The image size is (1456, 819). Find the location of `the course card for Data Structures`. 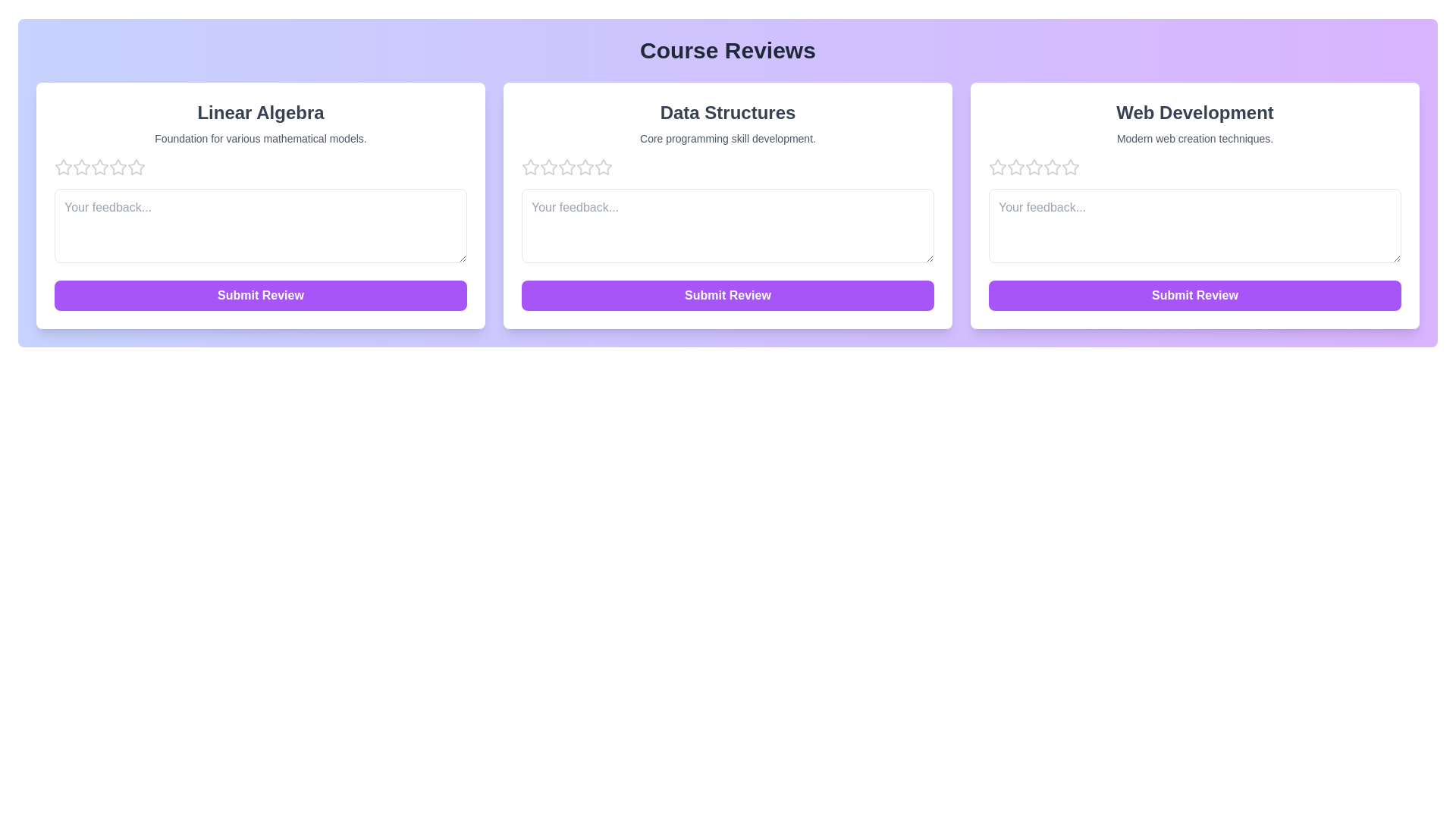

the course card for Data Structures is located at coordinates (728, 206).